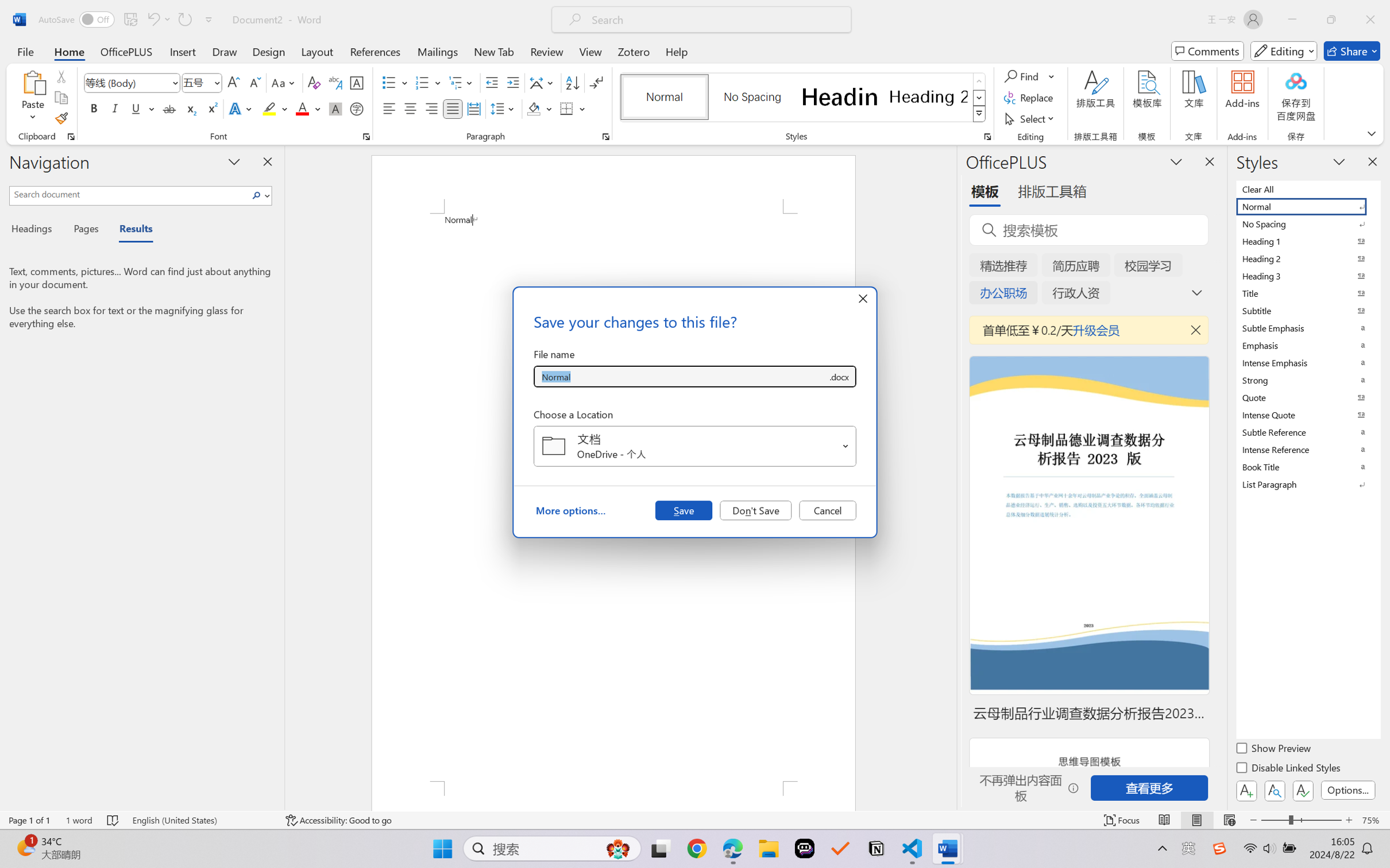 Image resolution: width=1390 pixels, height=868 pixels. What do you see at coordinates (438, 51) in the screenshot?
I see `'Mailings'` at bounding box center [438, 51].